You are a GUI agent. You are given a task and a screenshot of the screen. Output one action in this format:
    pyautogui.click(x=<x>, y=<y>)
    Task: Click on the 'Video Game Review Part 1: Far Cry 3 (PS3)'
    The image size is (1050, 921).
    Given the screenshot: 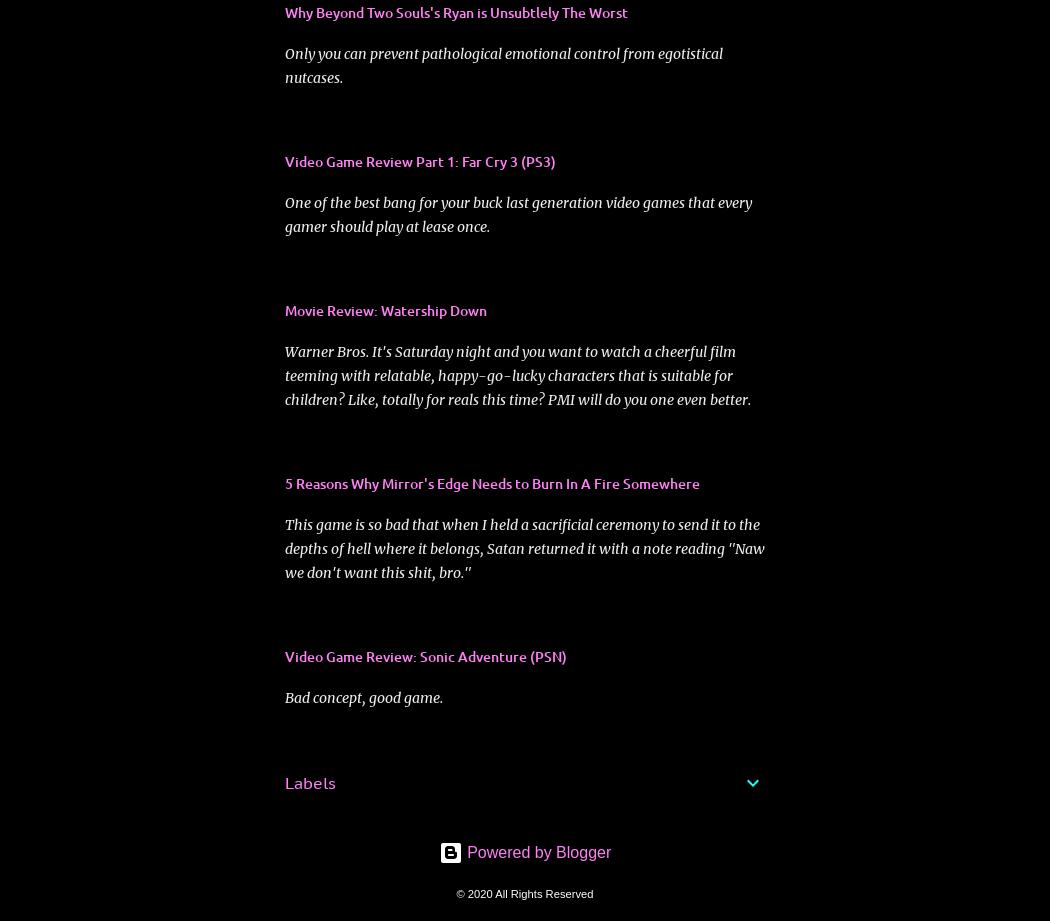 What is the action you would take?
    pyautogui.click(x=419, y=159)
    